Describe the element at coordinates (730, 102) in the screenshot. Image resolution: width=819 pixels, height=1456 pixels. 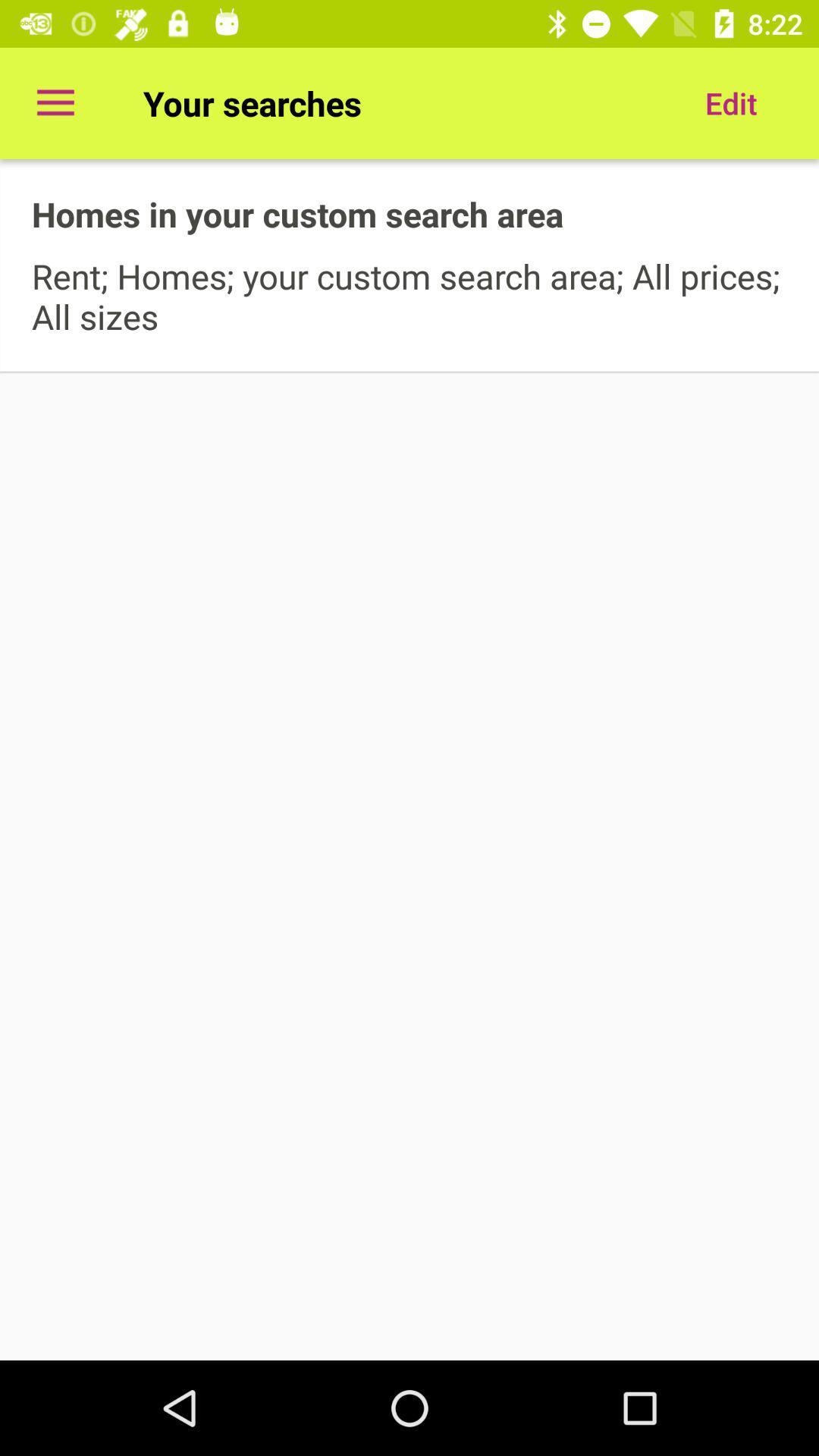
I see `icon to the right of your searches` at that location.